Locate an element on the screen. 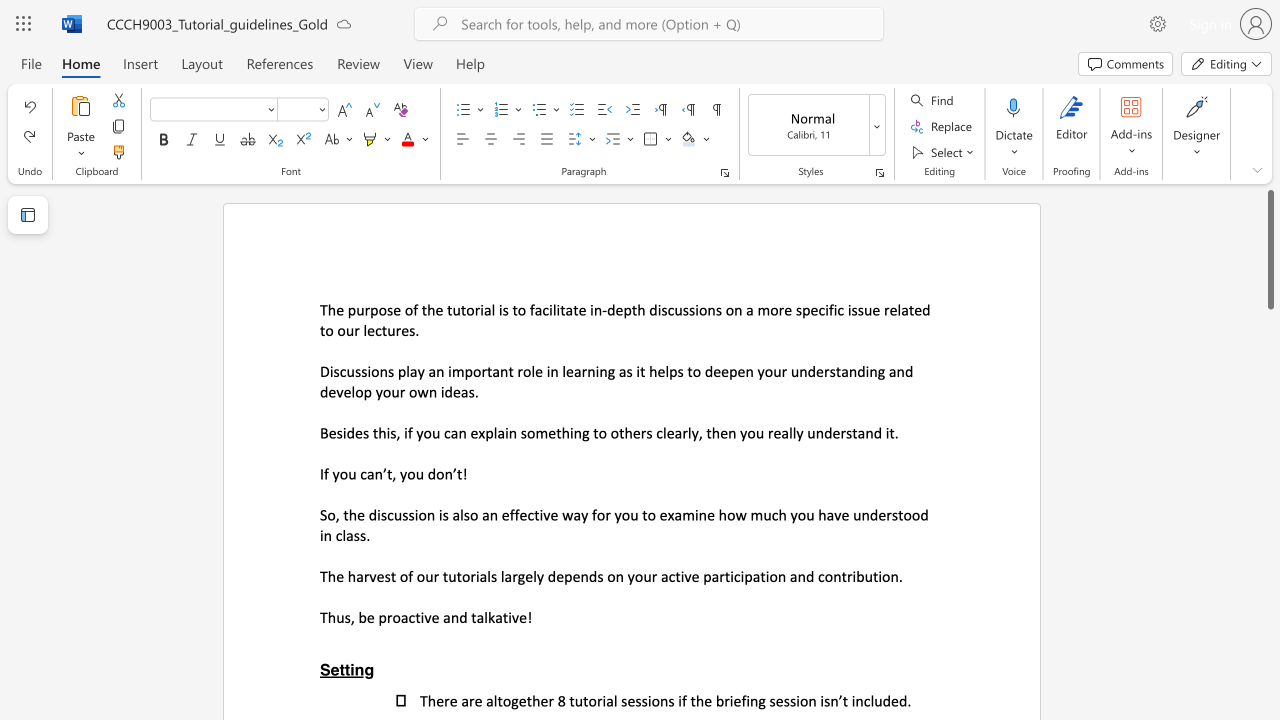 Image resolution: width=1280 pixels, height=720 pixels. the right-hand scrollbar to descend the page is located at coordinates (1269, 540).